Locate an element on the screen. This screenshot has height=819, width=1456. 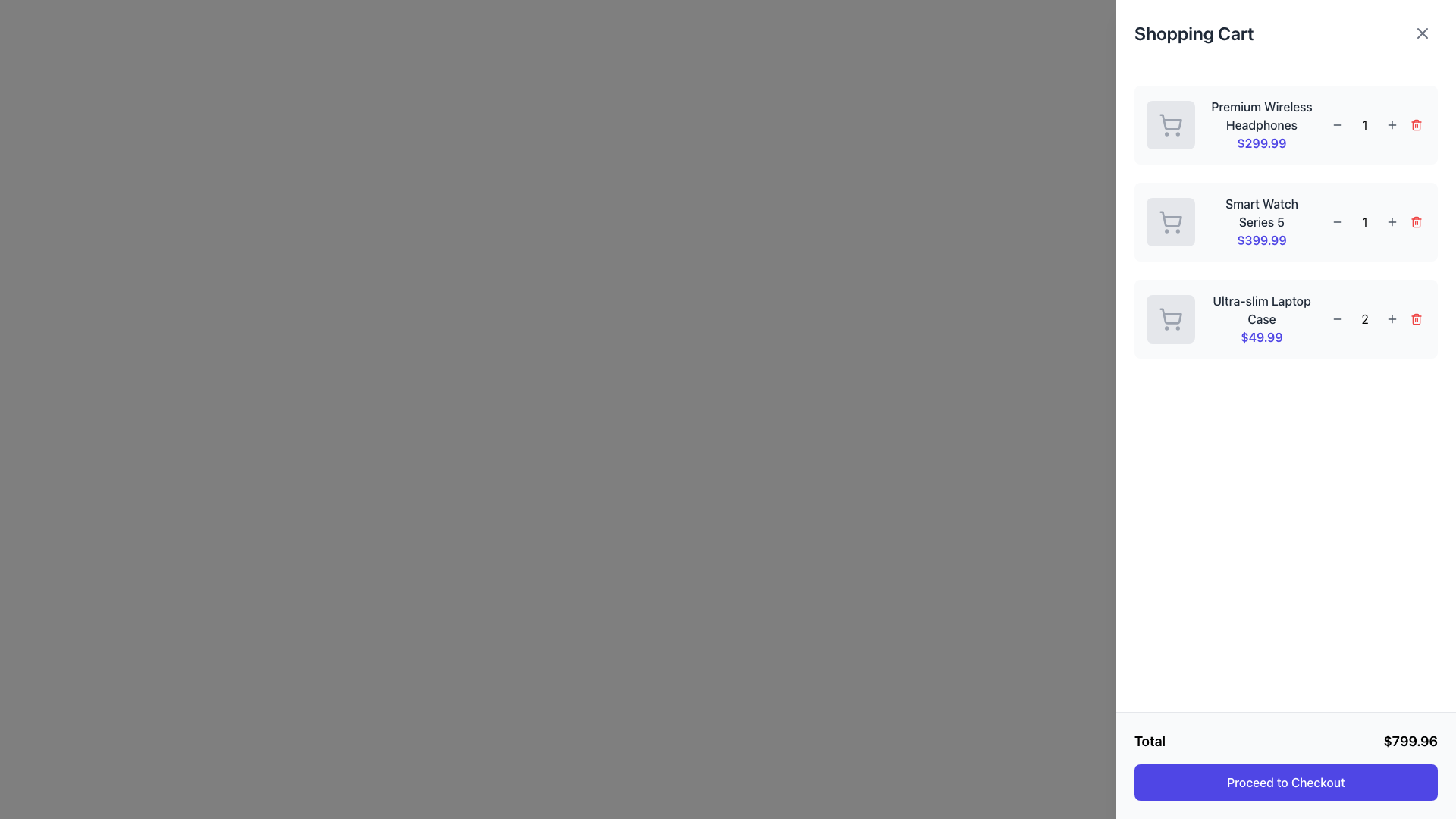
the Text Label displaying the price '$49.99' styled in bold indigo-colored text, located below the product title 'Ultra-slim Laptop Case' in the third product card of the shopping cart interface is located at coordinates (1262, 336).